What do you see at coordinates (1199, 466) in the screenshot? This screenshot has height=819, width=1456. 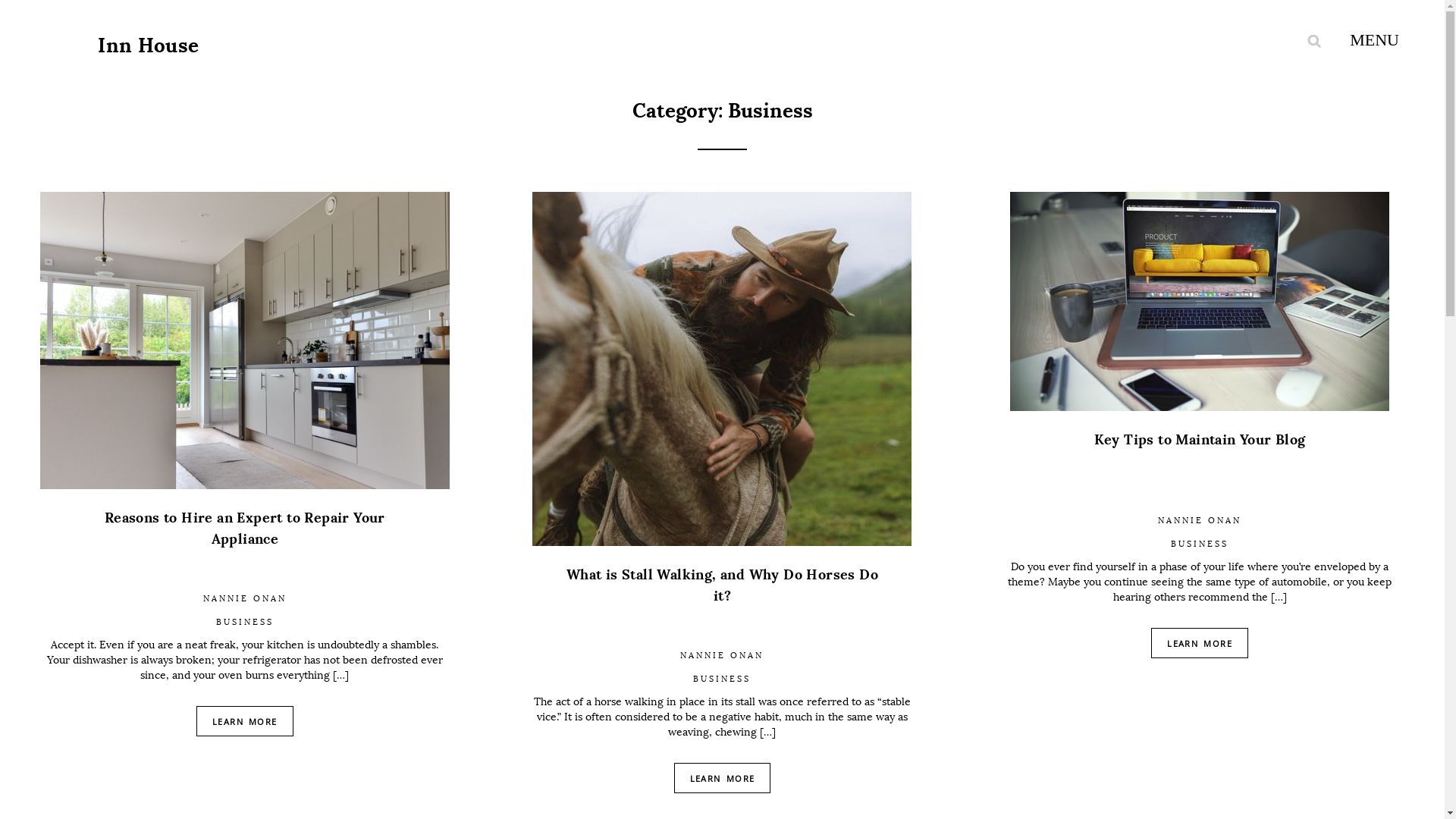 I see `'Key Tips to Maintain Your Blog'` at bounding box center [1199, 466].